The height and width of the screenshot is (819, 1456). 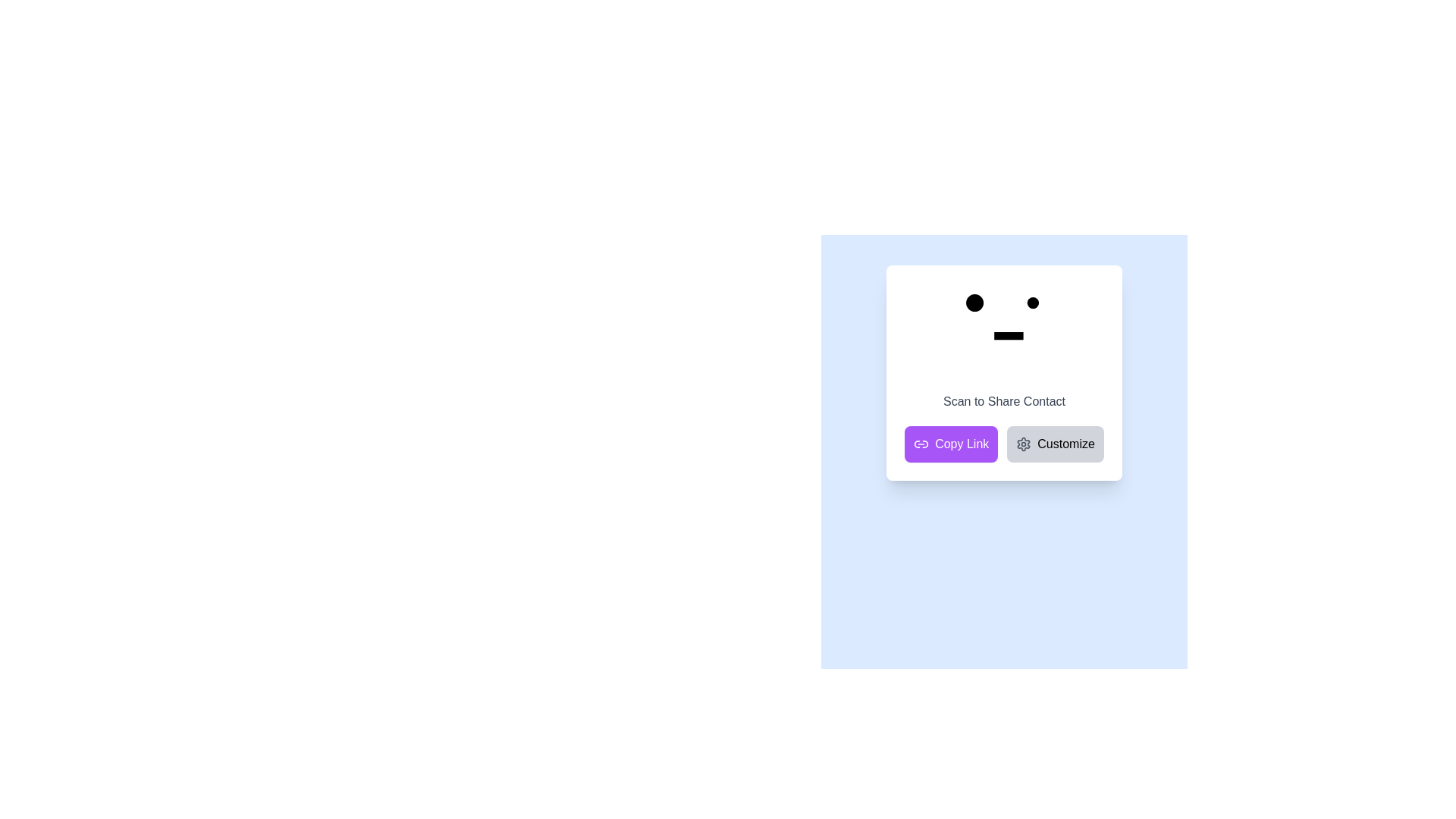 What do you see at coordinates (1055, 444) in the screenshot?
I see `the 'Customize' button, which is a rectangular button with a light gray background and a gear icon, located in the lower-right section of a card layout` at bounding box center [1055, 444].